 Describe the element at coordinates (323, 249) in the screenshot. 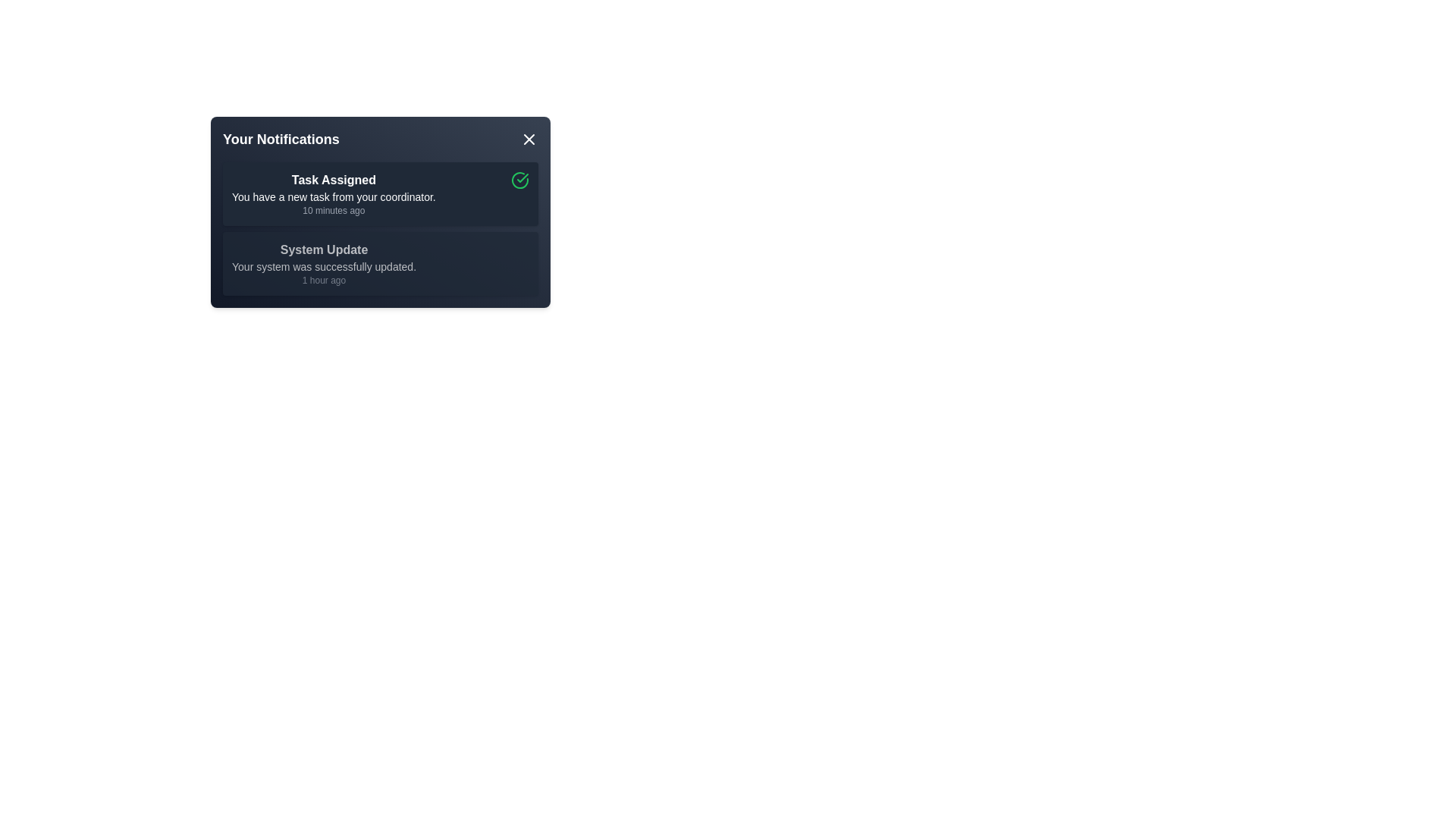

I see `the Text label that serves as a descriptive title for the notification message indicating the type of information or action associated with the system update event` at that location.